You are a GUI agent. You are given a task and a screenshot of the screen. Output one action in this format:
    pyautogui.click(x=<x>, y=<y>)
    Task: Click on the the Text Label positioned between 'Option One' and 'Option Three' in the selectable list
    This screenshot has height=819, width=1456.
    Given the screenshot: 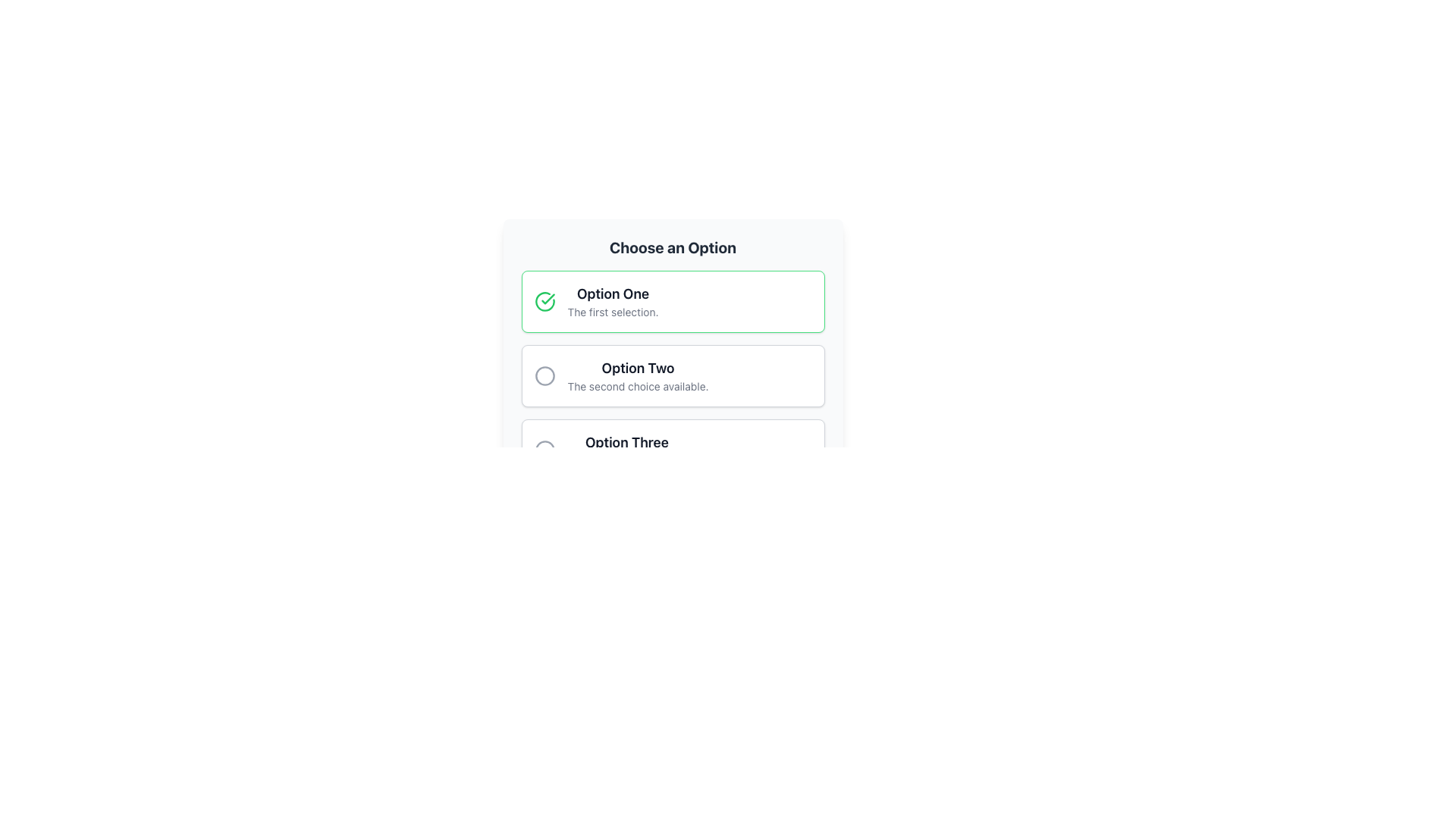 What is the action you would take?
    pyautogui.click(x=638, y=369)
    